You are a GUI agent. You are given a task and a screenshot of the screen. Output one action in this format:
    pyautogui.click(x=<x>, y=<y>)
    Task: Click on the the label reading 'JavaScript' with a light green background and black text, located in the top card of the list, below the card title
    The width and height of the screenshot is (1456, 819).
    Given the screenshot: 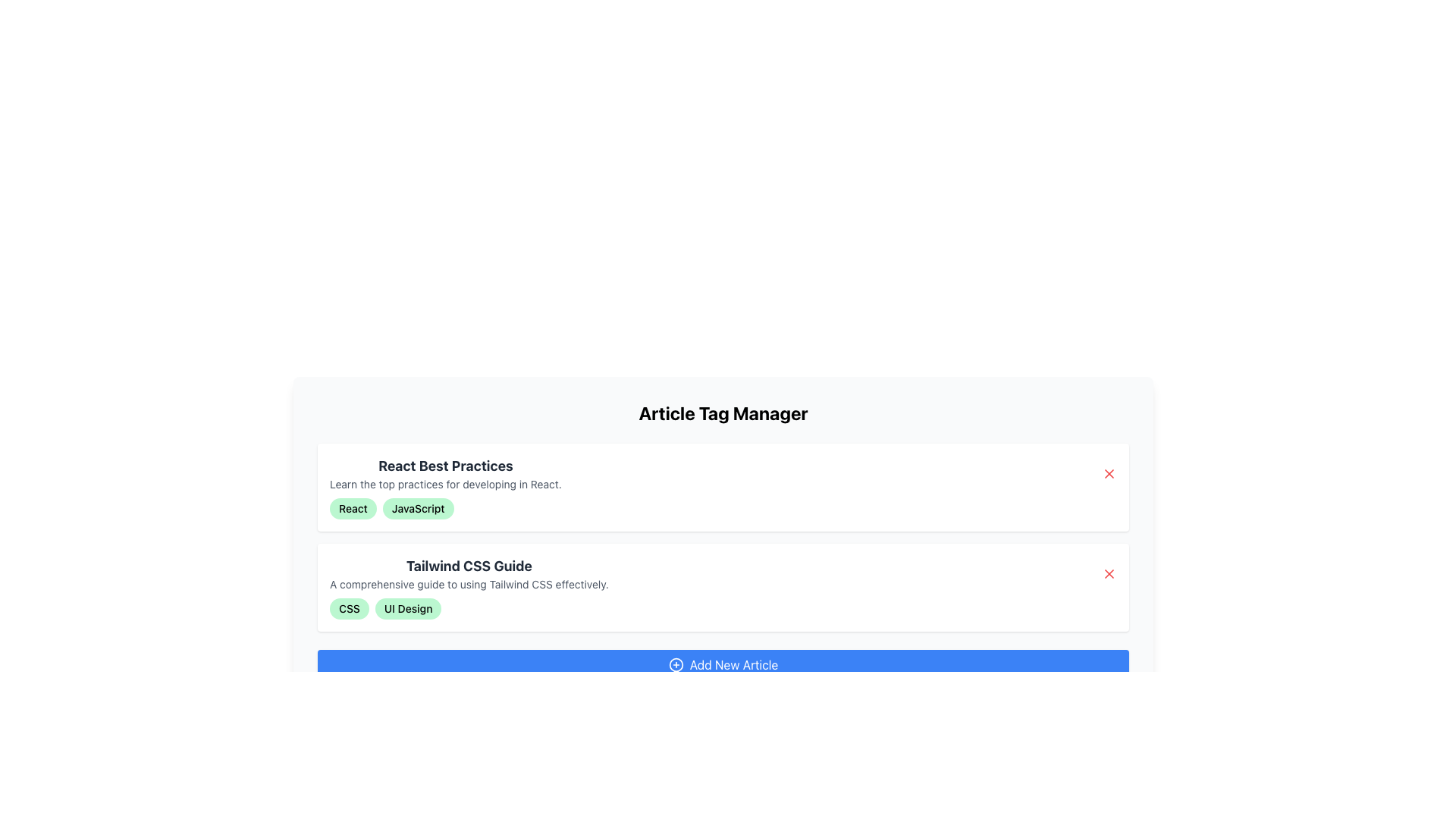 What is the action you would take?
    pyautogui.click(x=418, y=509)
    